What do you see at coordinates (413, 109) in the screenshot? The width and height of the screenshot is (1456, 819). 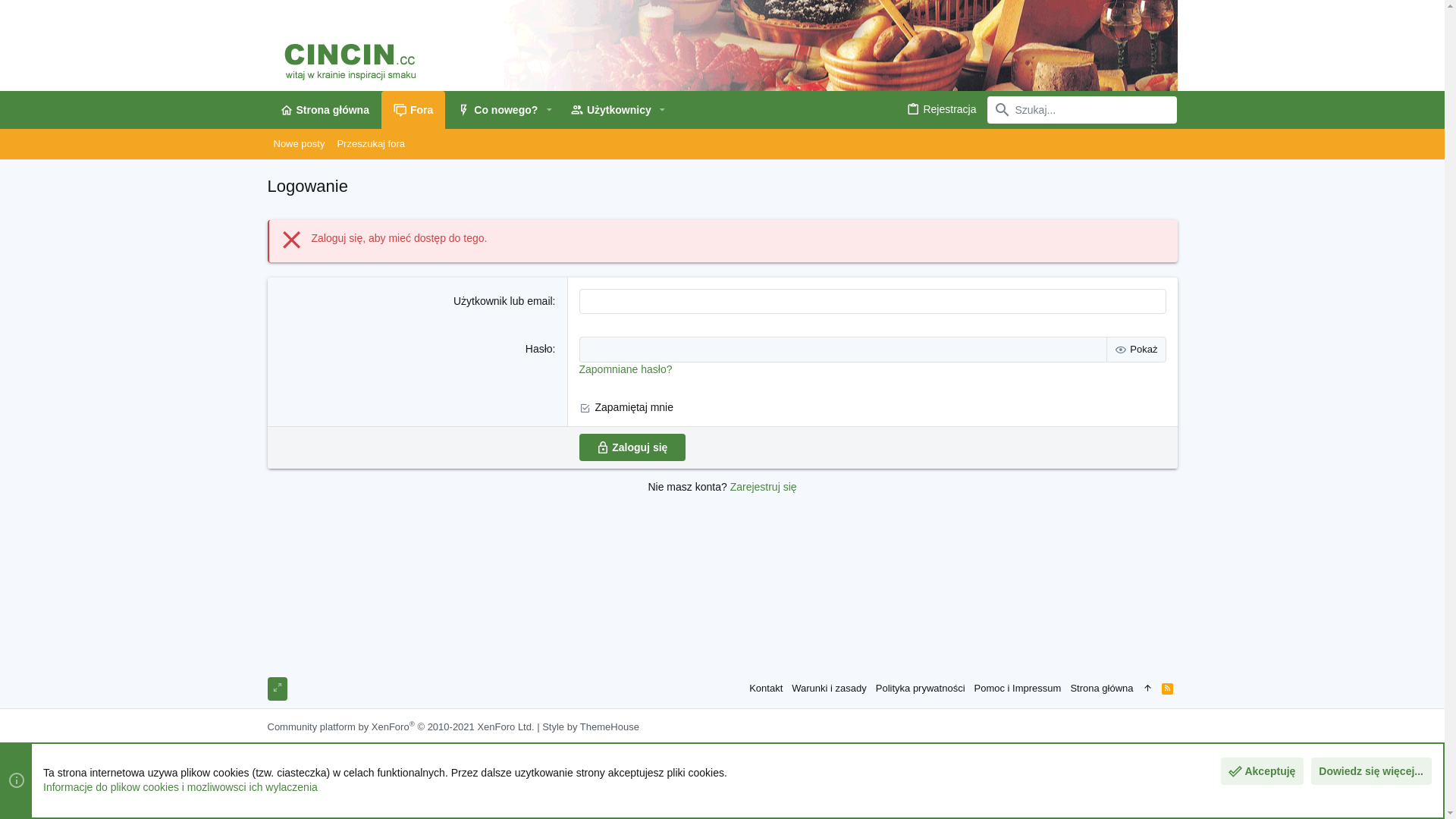 I see `'Fora'` at bounding box center [413, 109].